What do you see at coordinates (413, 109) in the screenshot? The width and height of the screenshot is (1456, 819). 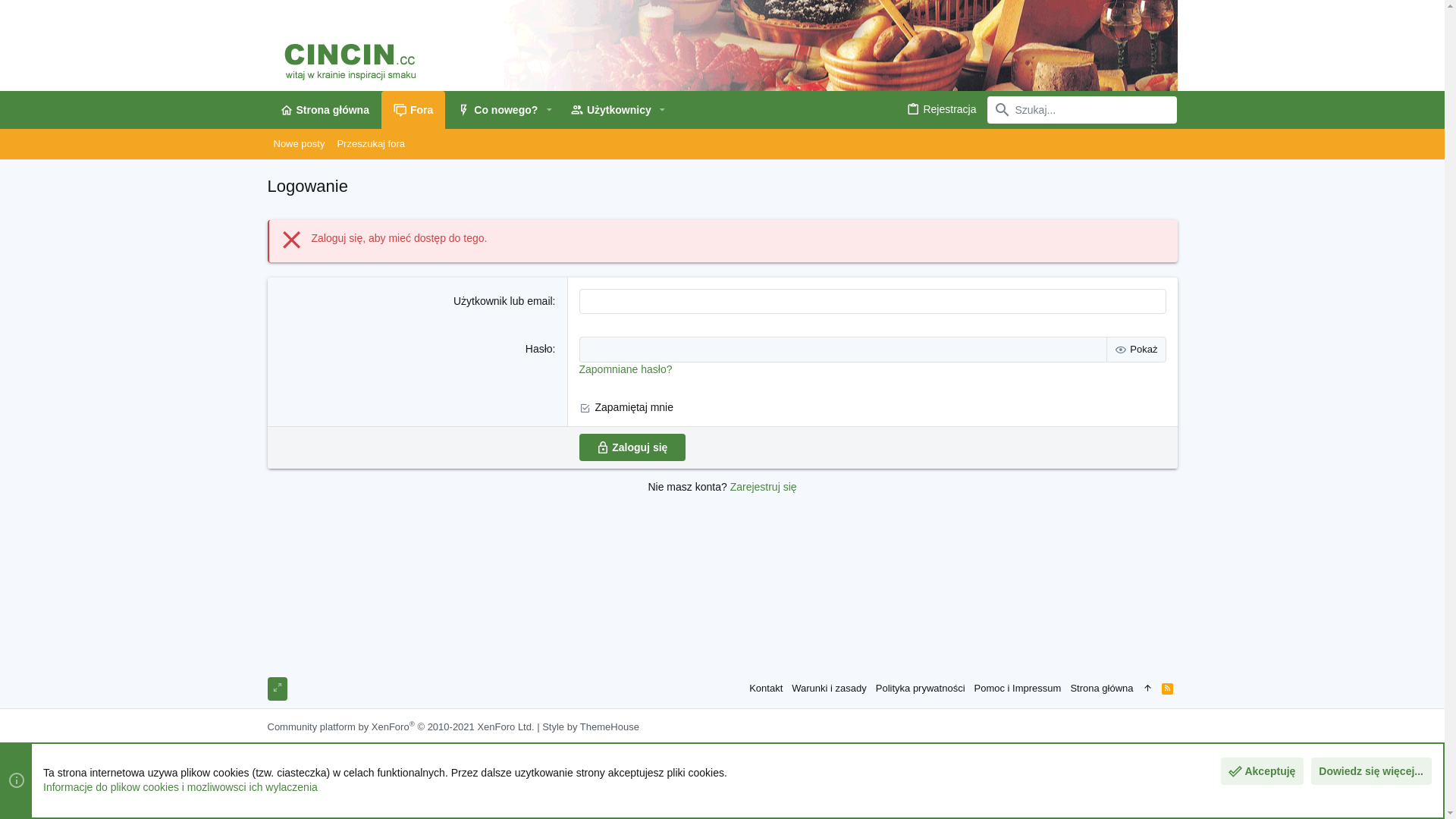 I see `'Fora'` at bounding box center [413, 109].